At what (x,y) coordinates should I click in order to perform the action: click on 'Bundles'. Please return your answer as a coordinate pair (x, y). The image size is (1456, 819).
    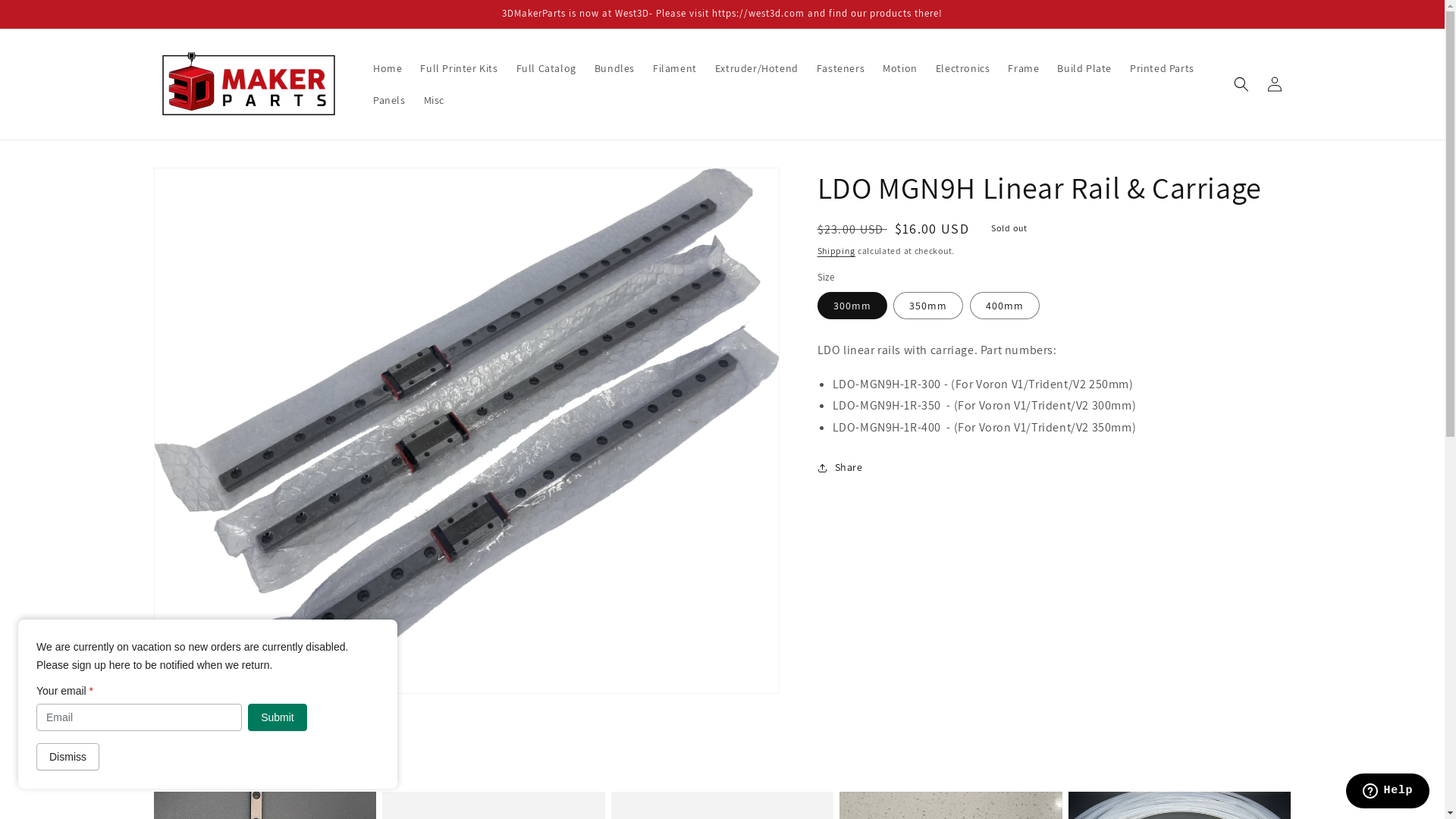
    Looking at the image, I should click on (614, 67).